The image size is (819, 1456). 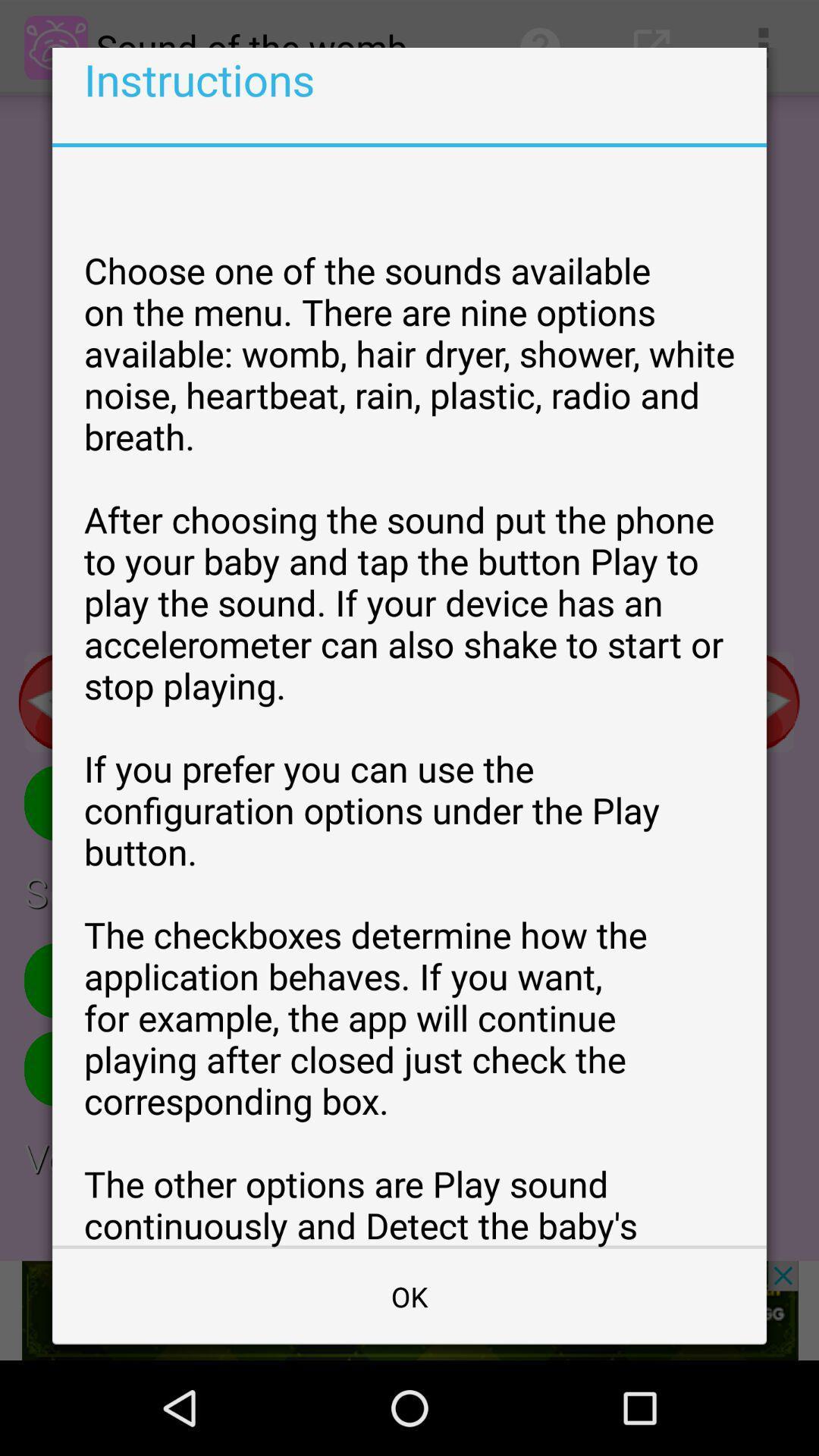 I want to click on the ok icon, so click(x=409, y=1295).